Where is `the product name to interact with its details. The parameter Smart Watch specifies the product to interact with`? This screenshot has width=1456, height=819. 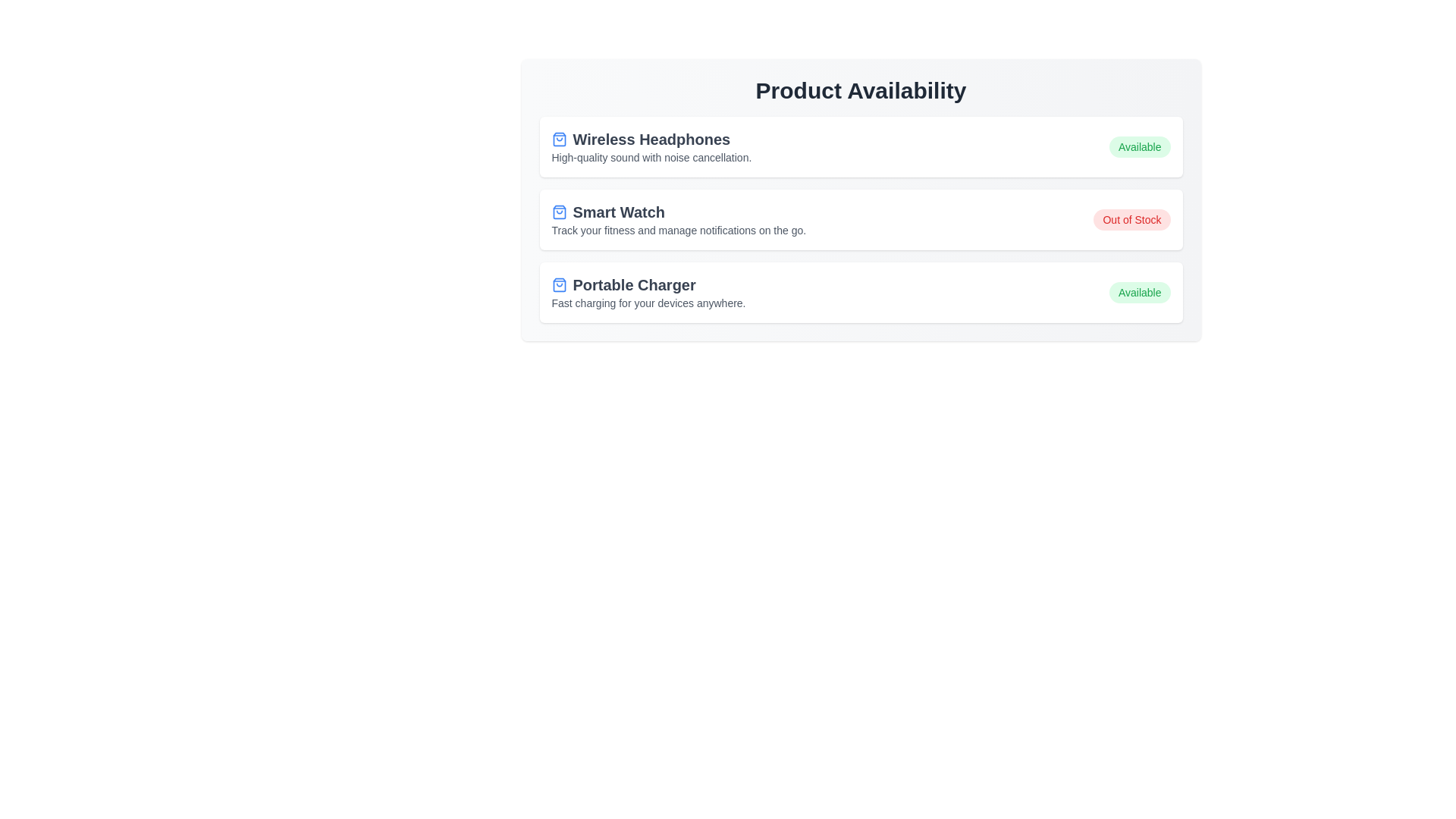 the product name to interact with its details. The parameter Smart Watch specifies the product to interact with is located at coordinates (678, 212).